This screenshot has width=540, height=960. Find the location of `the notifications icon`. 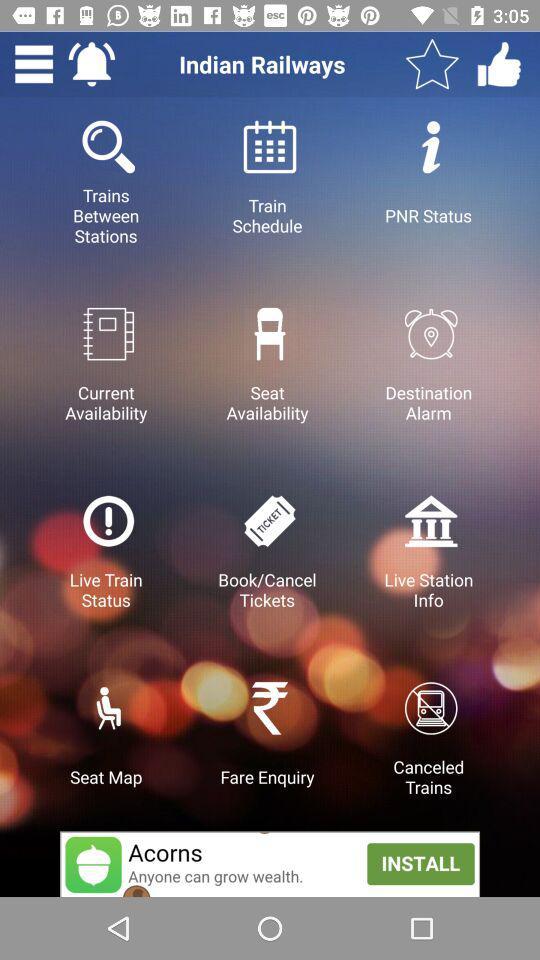

the notifications icon is located at coordinates (90, 64).